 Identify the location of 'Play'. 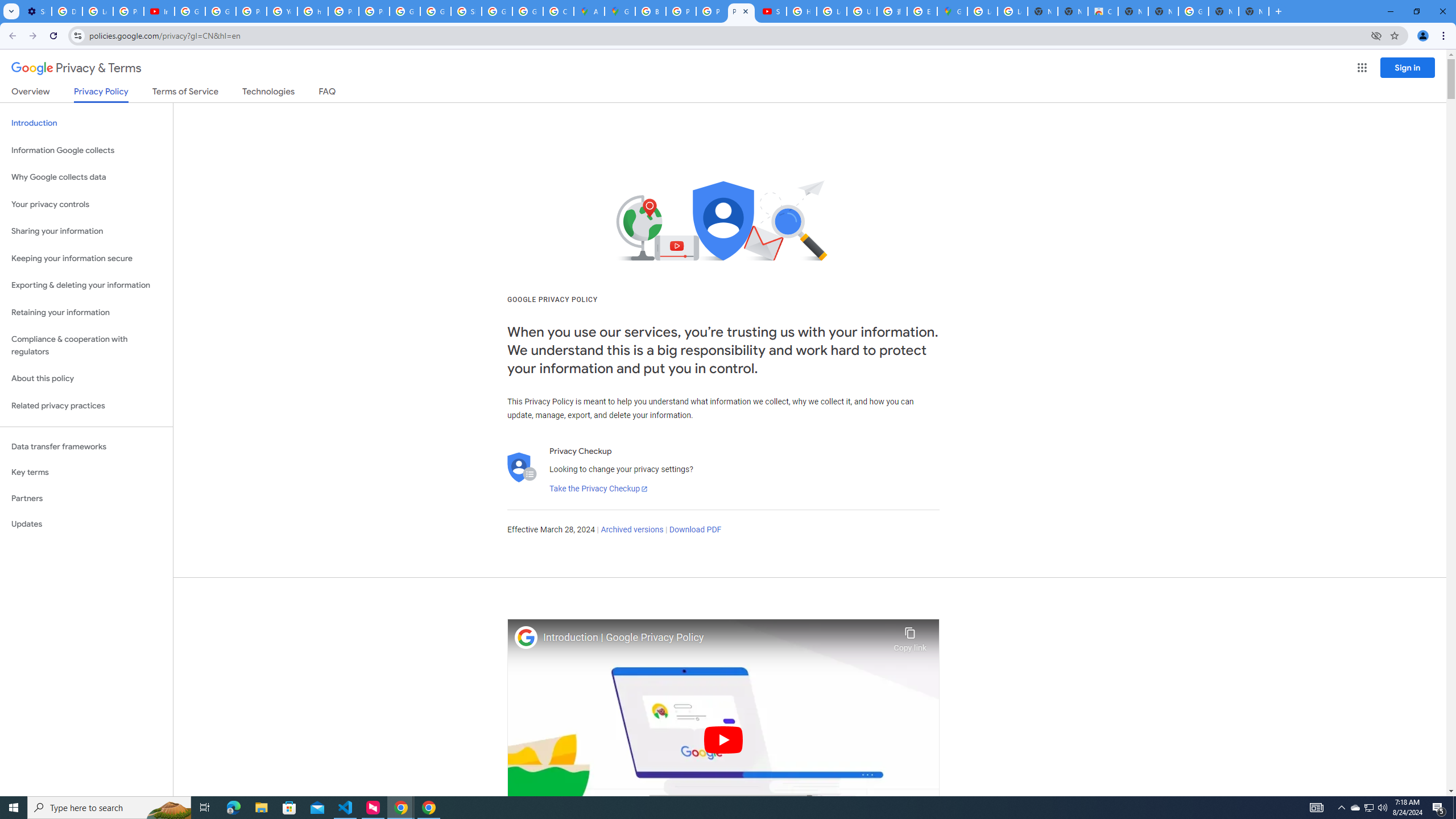
(723, 739).